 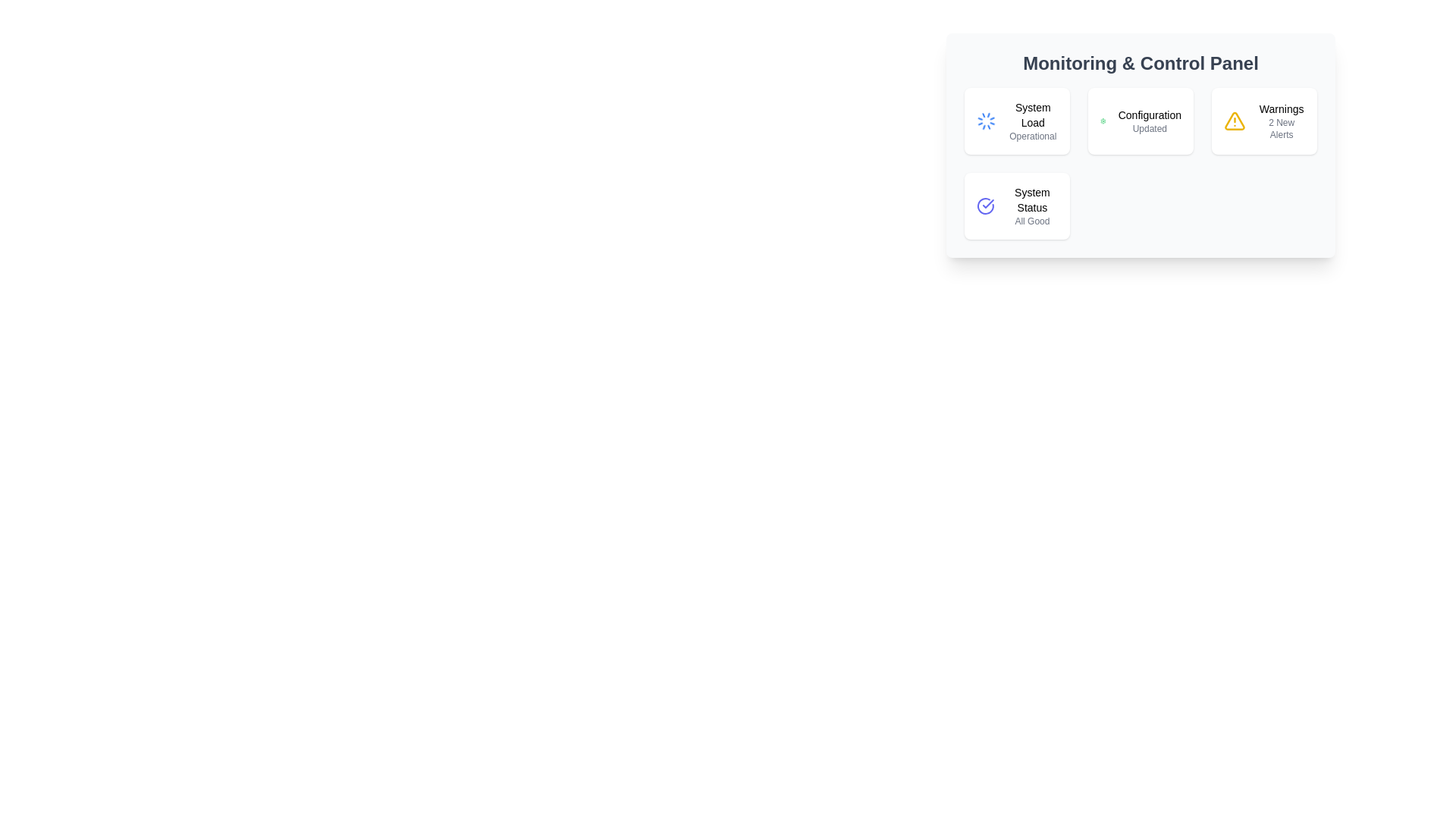 What do you see at coordinates (1103, 120) in the screenshot?
I see `the icon located within the 'Configuration Updated' card of the Monitoring & Control Panel, adjacent to the label 'Configuration.'` at bounding box center [1103, 120].